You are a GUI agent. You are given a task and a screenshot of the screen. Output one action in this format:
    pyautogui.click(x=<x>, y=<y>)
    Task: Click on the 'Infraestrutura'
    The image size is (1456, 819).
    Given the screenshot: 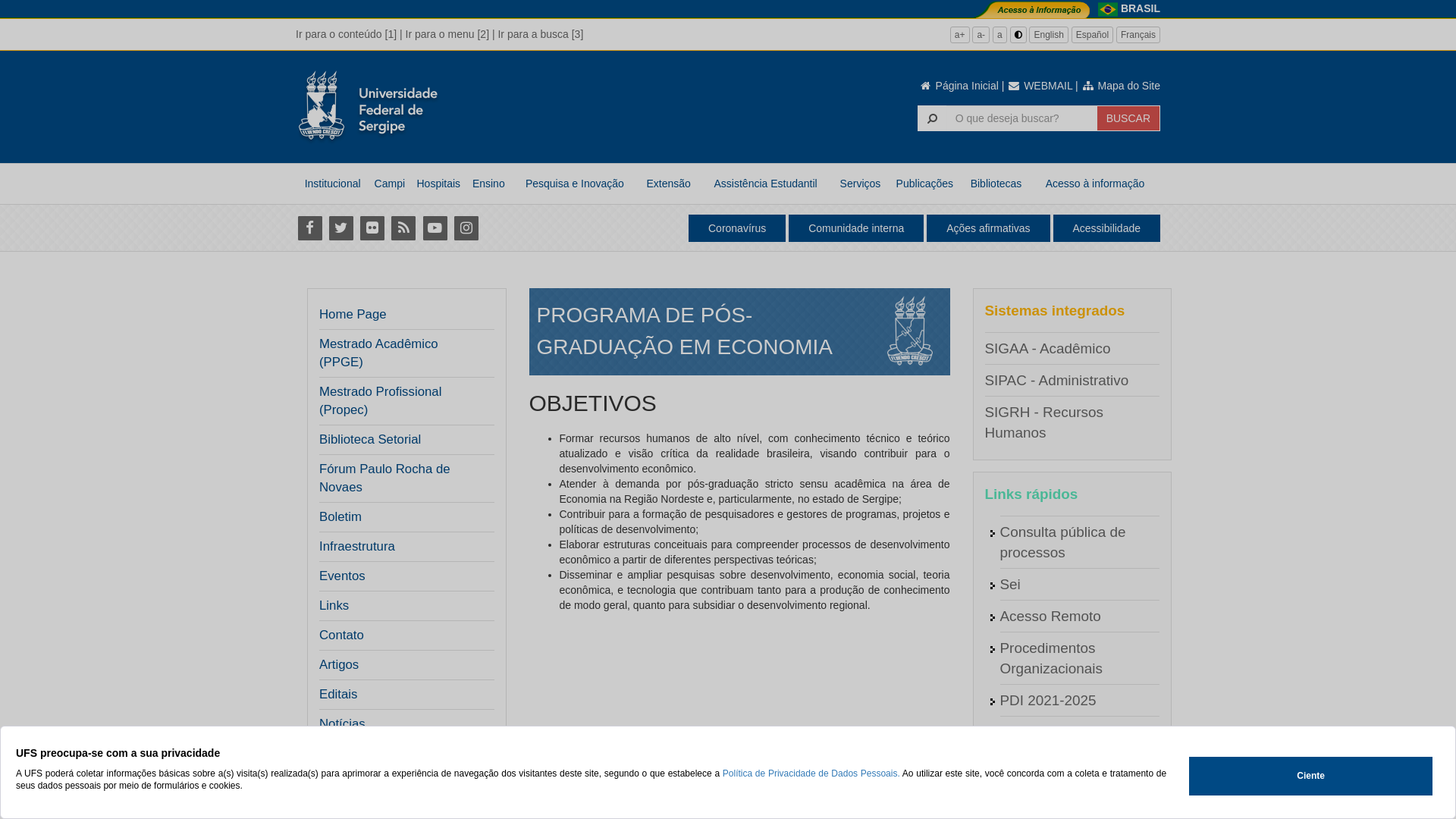 What is the action you would take?
    pyautogui.click(x=356, y=547)
    